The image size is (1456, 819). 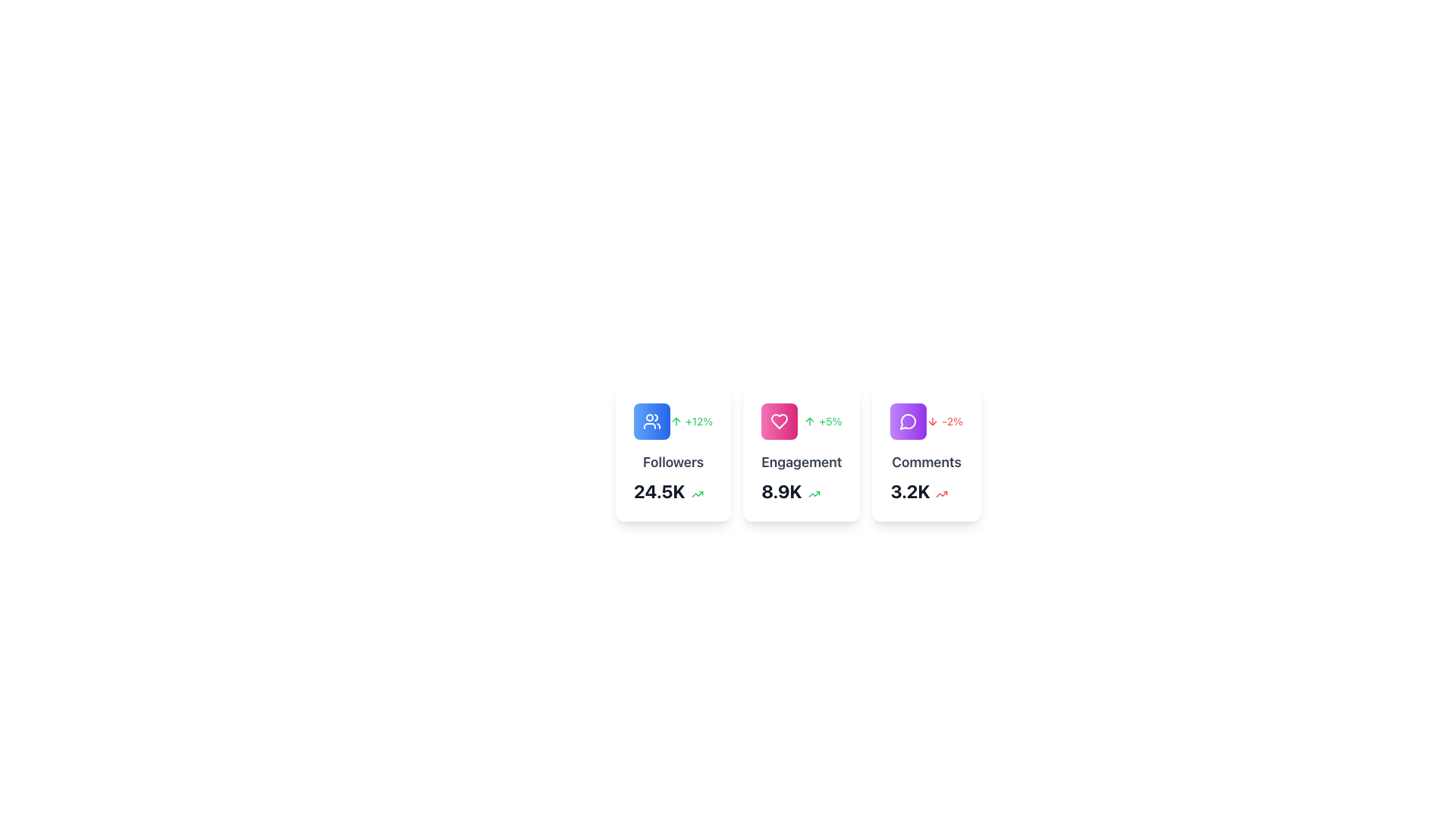 I want to click on the upward trend icon located in the bottom right corner of the 'Comments' card, which visually represents the numerical value '3.2K.', so click(x=941, y=494).